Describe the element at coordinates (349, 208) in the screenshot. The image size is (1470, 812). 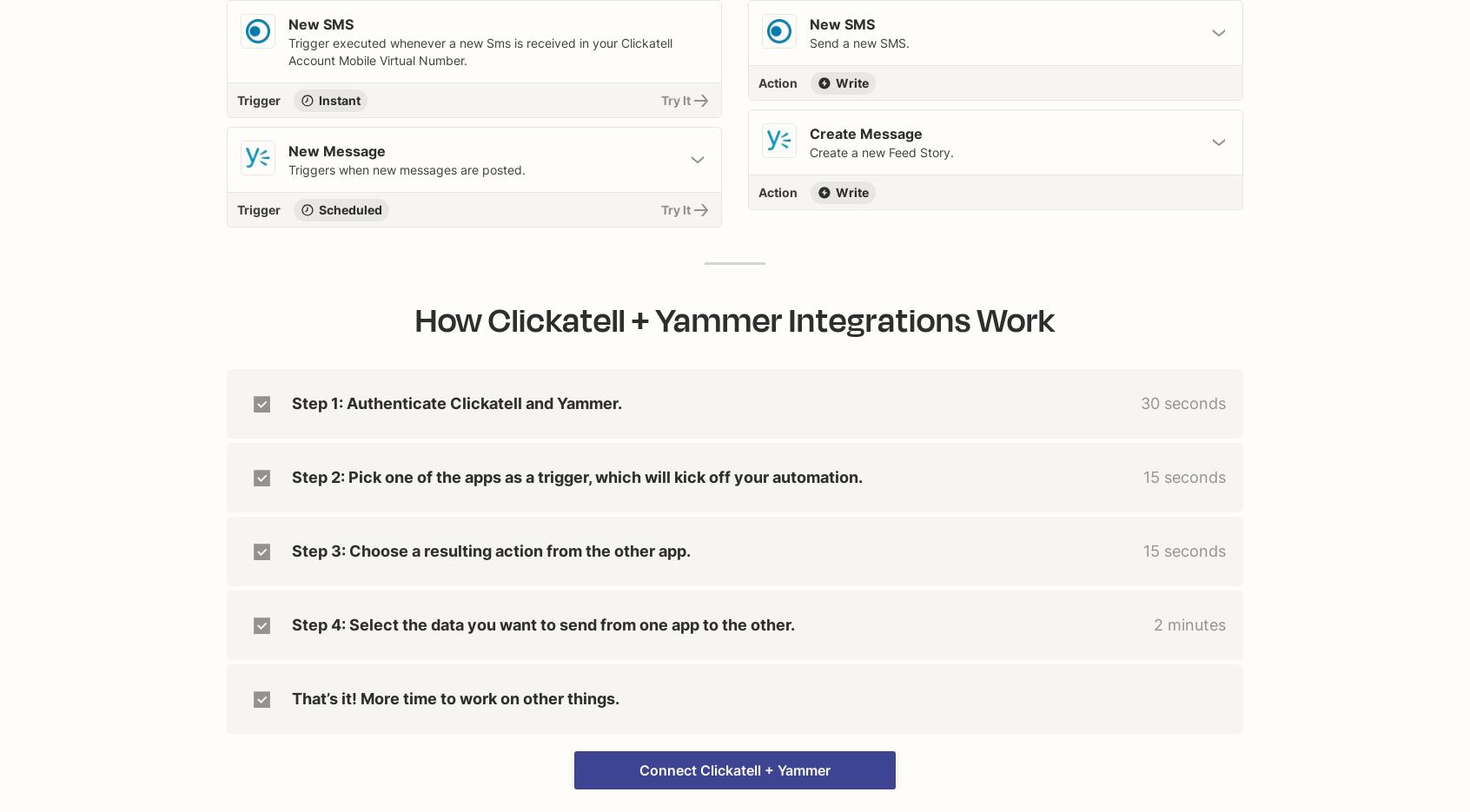
I see `'Scheduled'` at that location.